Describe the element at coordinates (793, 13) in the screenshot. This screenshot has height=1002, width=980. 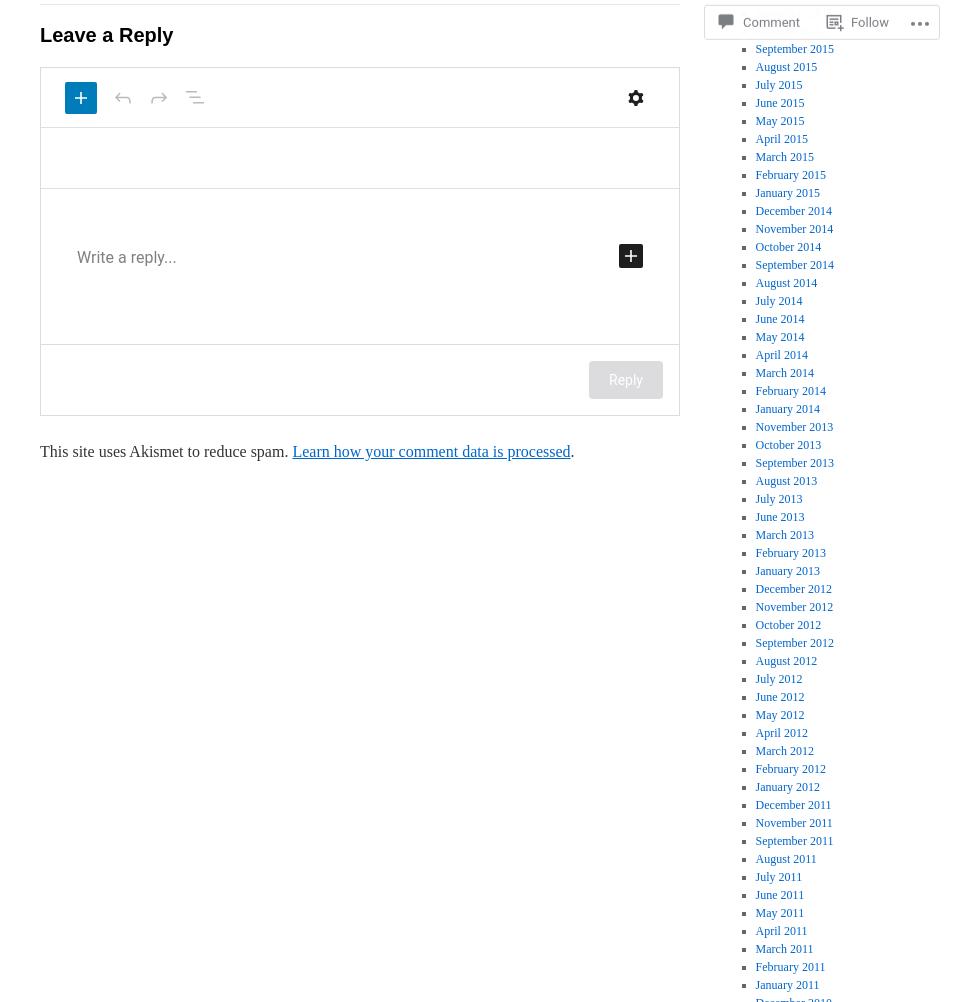
I see `'November 2015'` at that location.